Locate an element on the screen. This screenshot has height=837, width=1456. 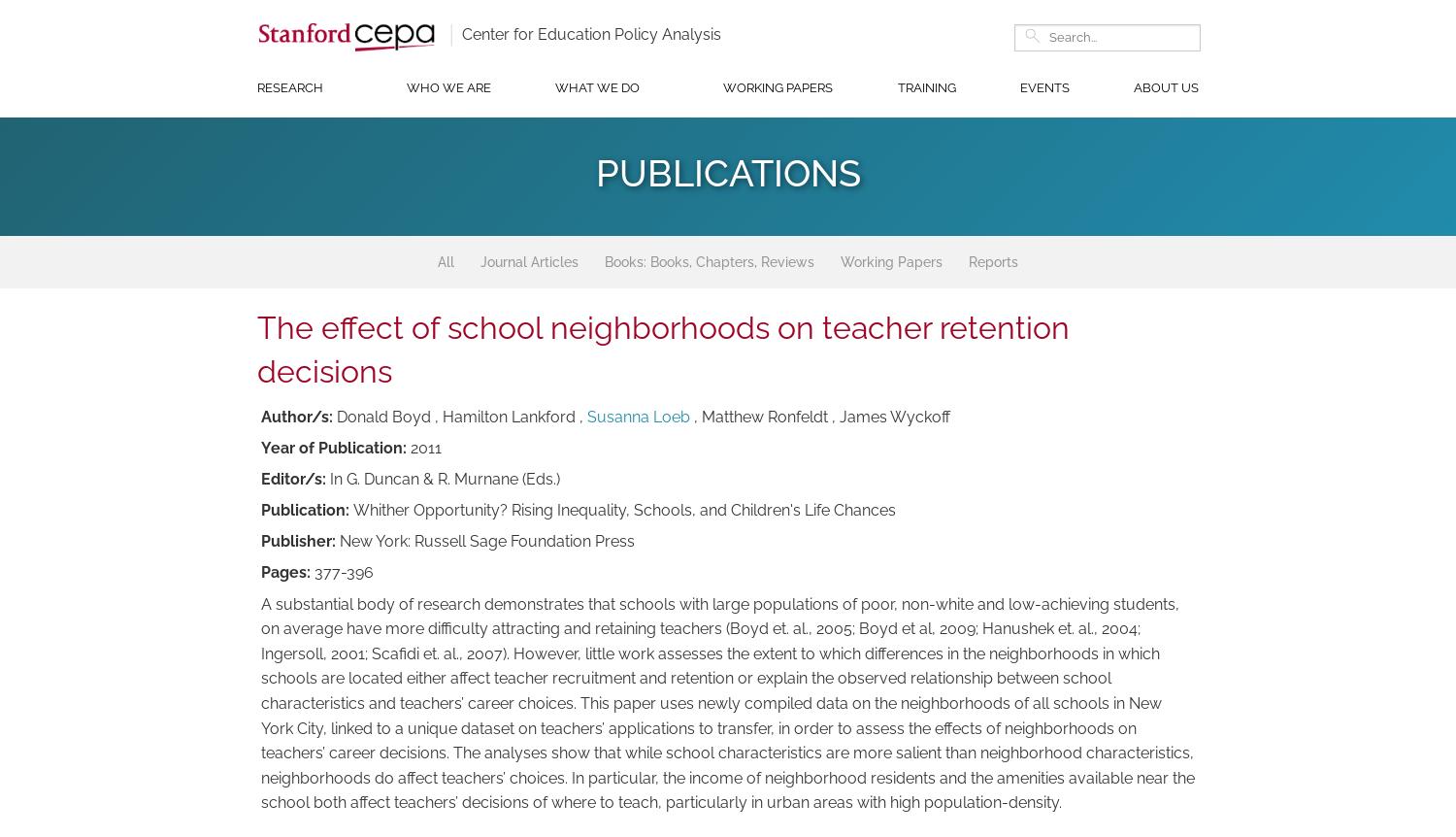
'New York: Russell Sage Foundation Press' is located at coordinates (487, 539).